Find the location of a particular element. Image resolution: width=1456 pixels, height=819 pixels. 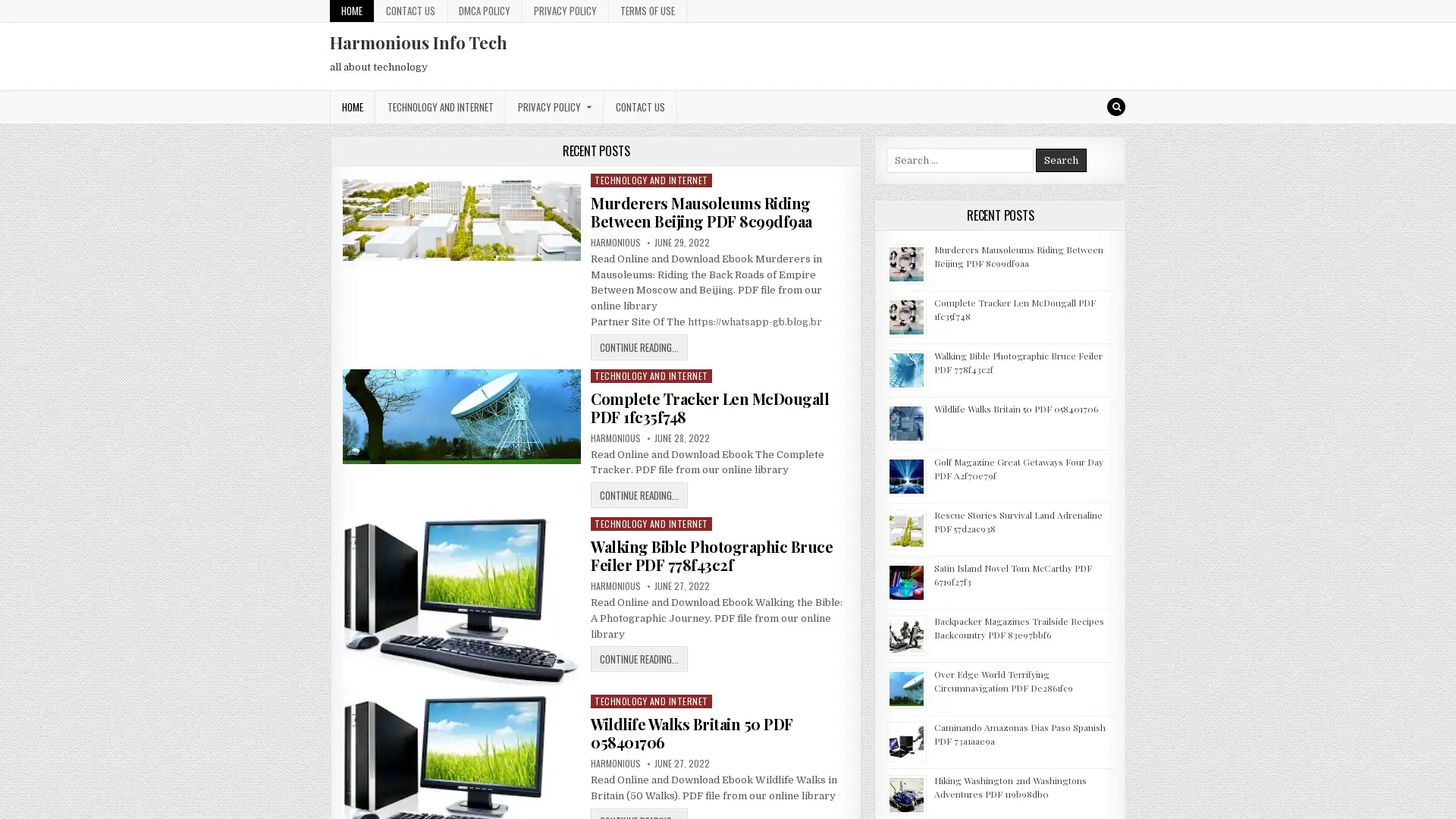

Search is located at coordinates (1060, 160).